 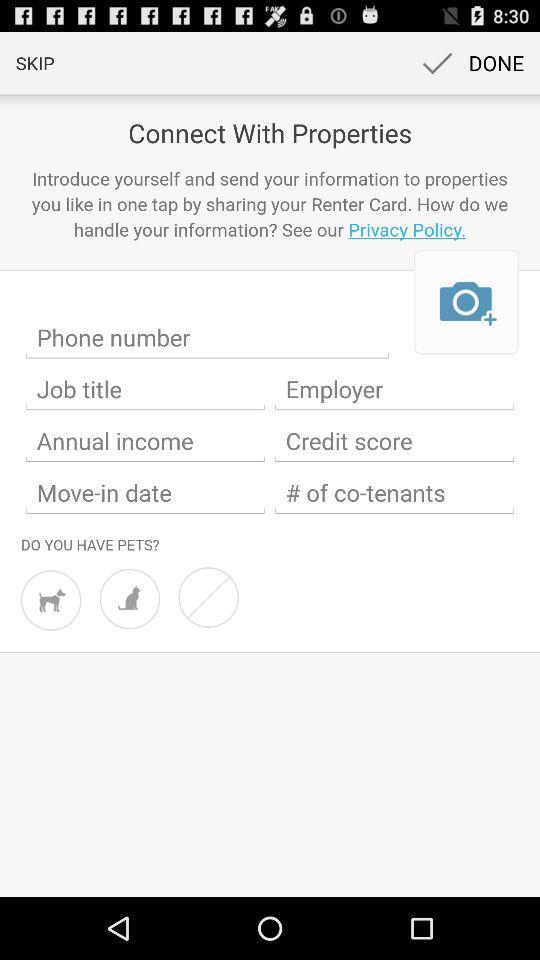 I want to click on cats, so click(x=129, y=599).